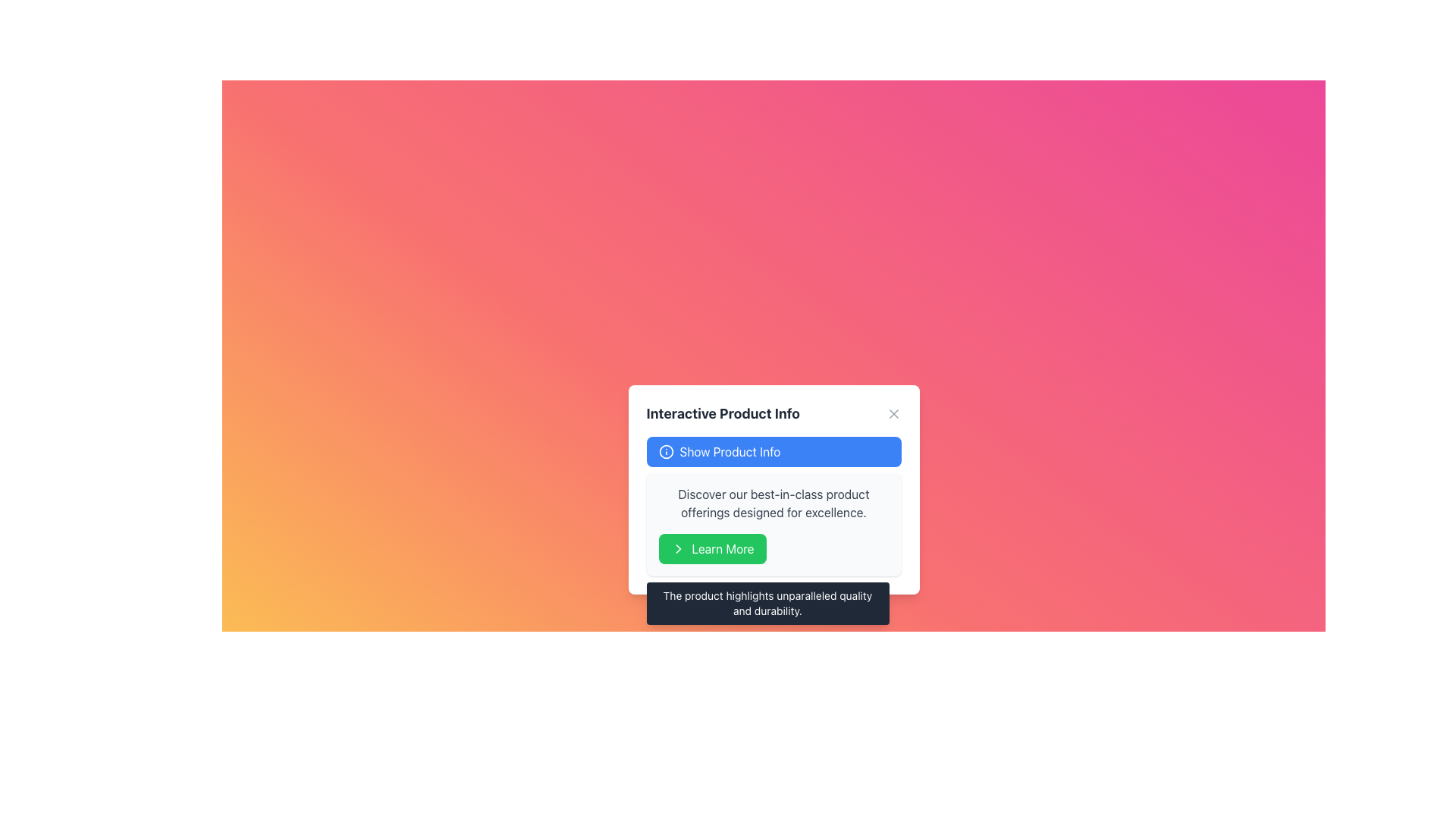 The height and width of the screenshot is (819, 1456). I want to click on the textual elements in the 'Interactive Product Info' modal, so click(773, 506).